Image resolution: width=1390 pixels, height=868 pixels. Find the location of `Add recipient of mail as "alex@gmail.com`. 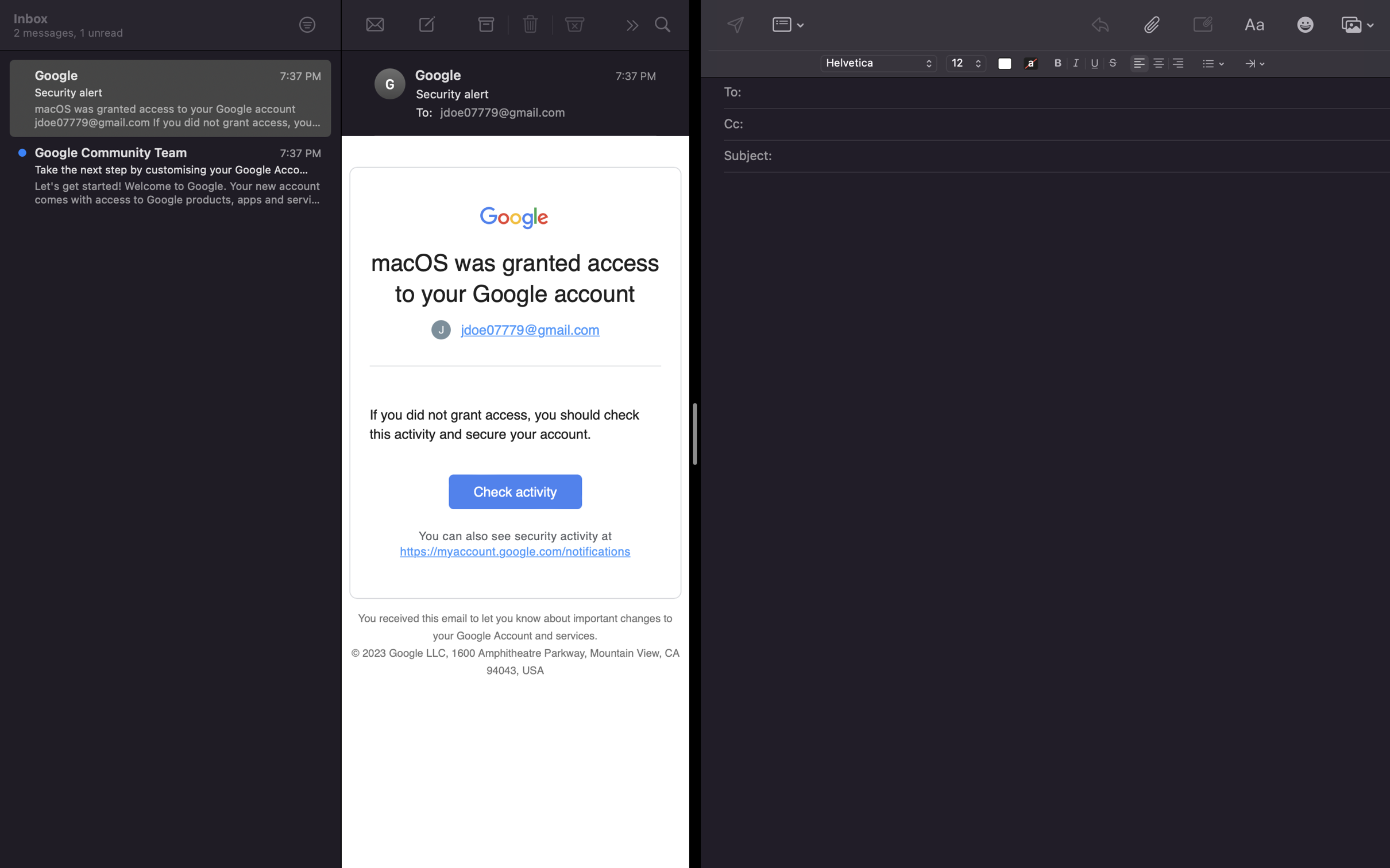

Add recipient of mail as "alex@gmail.com is located at coordinates (1065, 93).